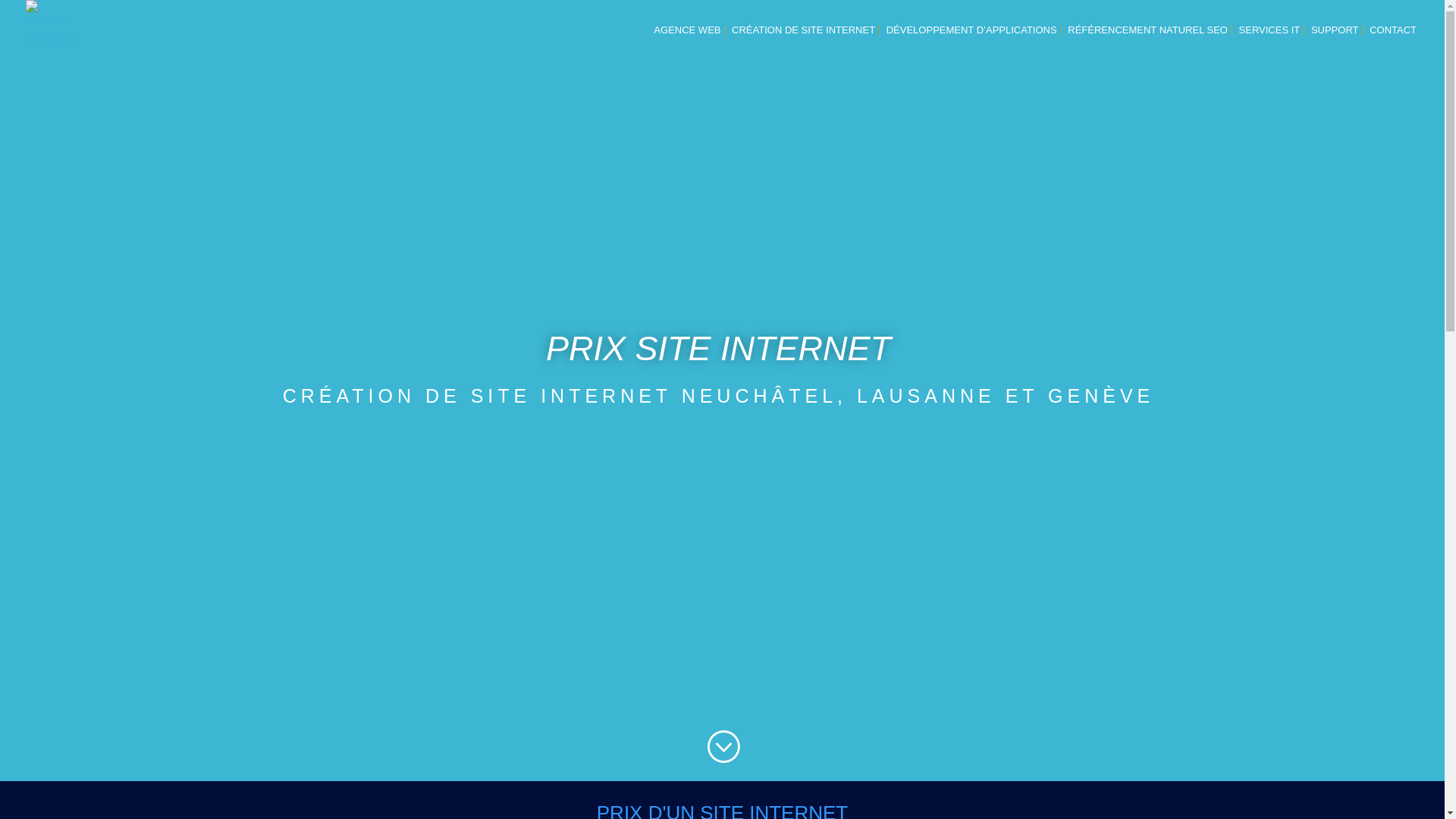 Image resolution: width=1456 pixels, height=819 pixels. Describe the element at coordinates (722, 746) in the screenshot. I see `';'` at that location.